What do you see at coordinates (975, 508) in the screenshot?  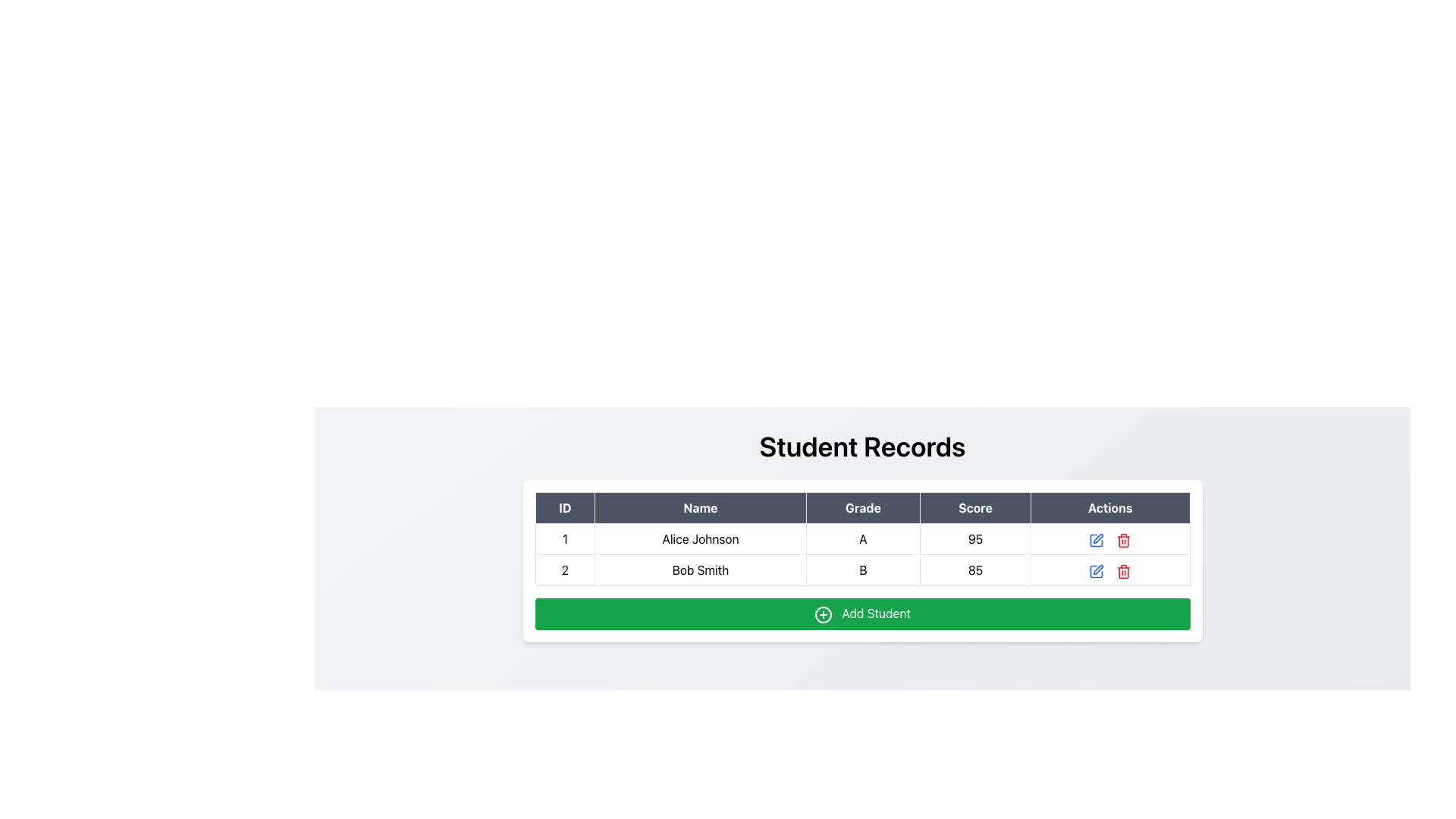 I see `the Table Header Cell that serves as the header label for the 'Score' column, positioned between the 'Grade' and 'Actions' cells` at bounding box center [975, 508].